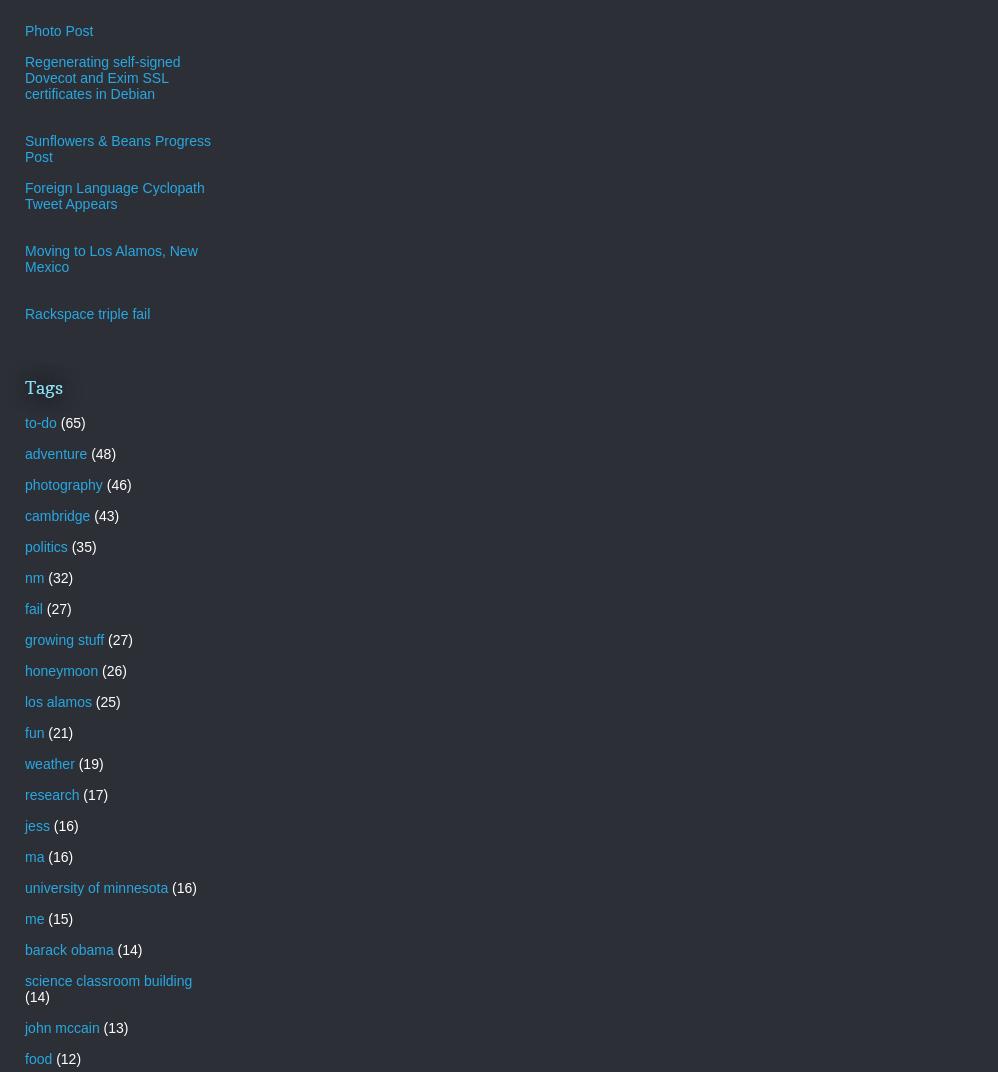  I want to click on '(32)', so click(59, 575).